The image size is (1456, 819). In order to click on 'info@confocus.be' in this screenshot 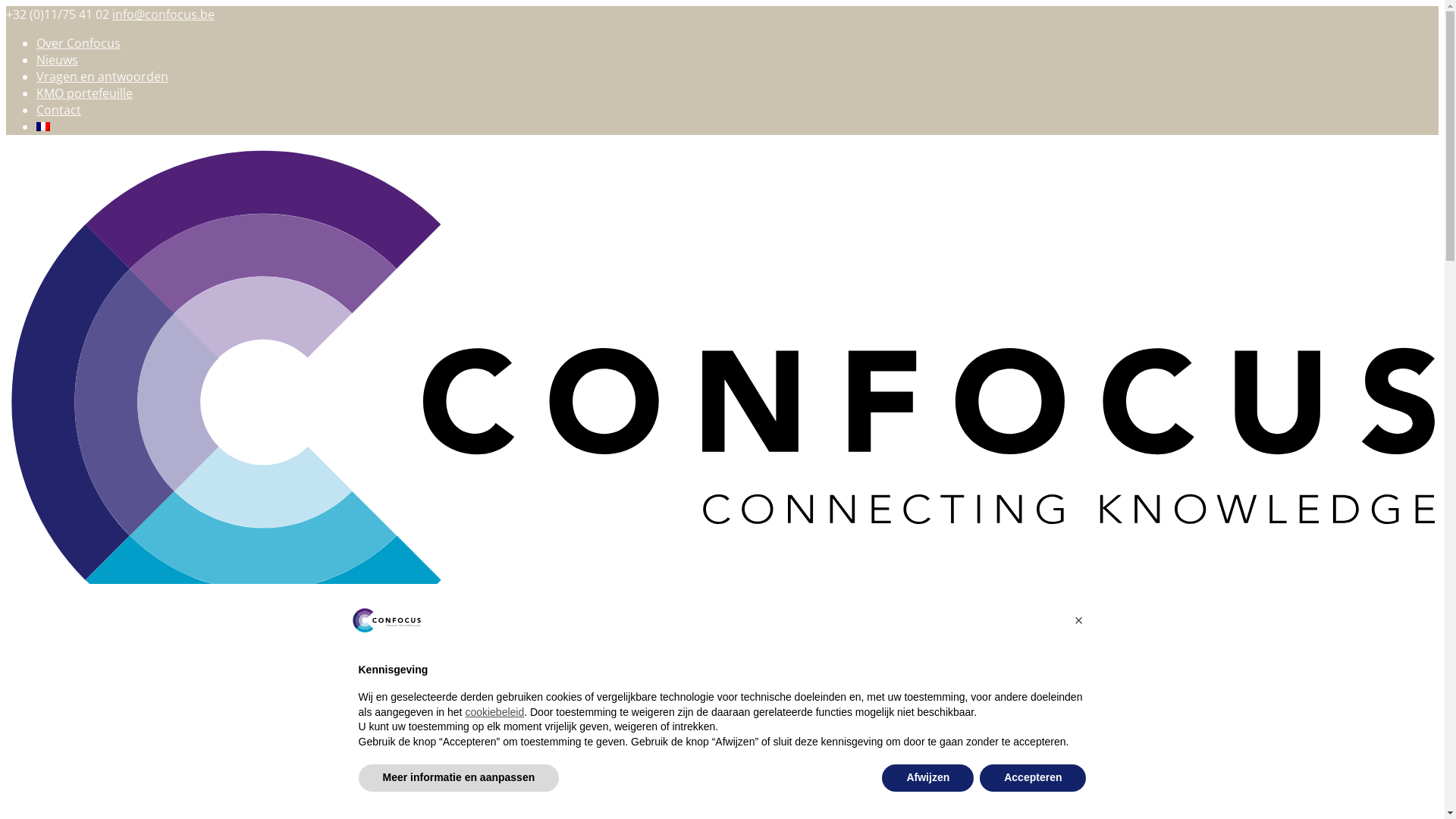, I will do `click(111, 14)`.